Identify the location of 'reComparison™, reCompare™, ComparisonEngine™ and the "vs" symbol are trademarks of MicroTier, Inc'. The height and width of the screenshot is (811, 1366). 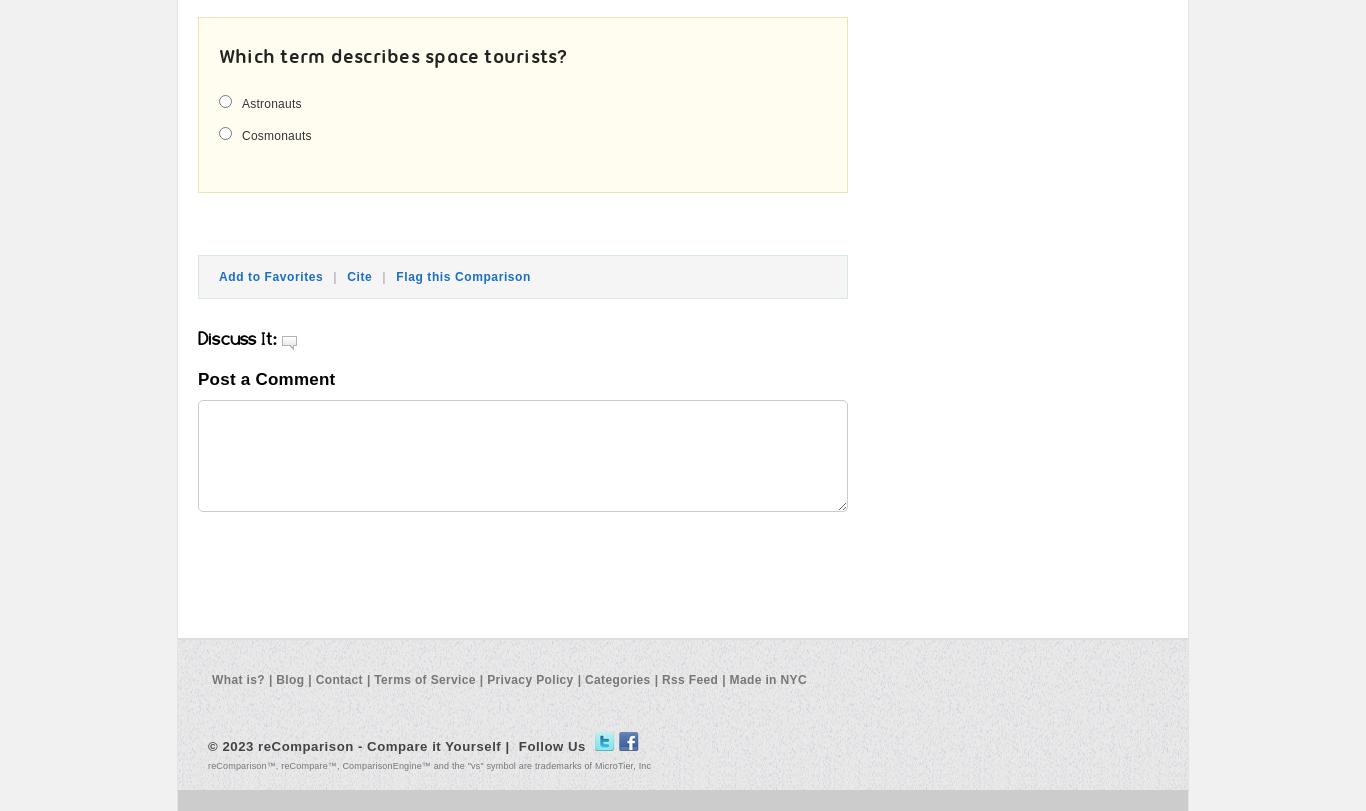
(207, 764).